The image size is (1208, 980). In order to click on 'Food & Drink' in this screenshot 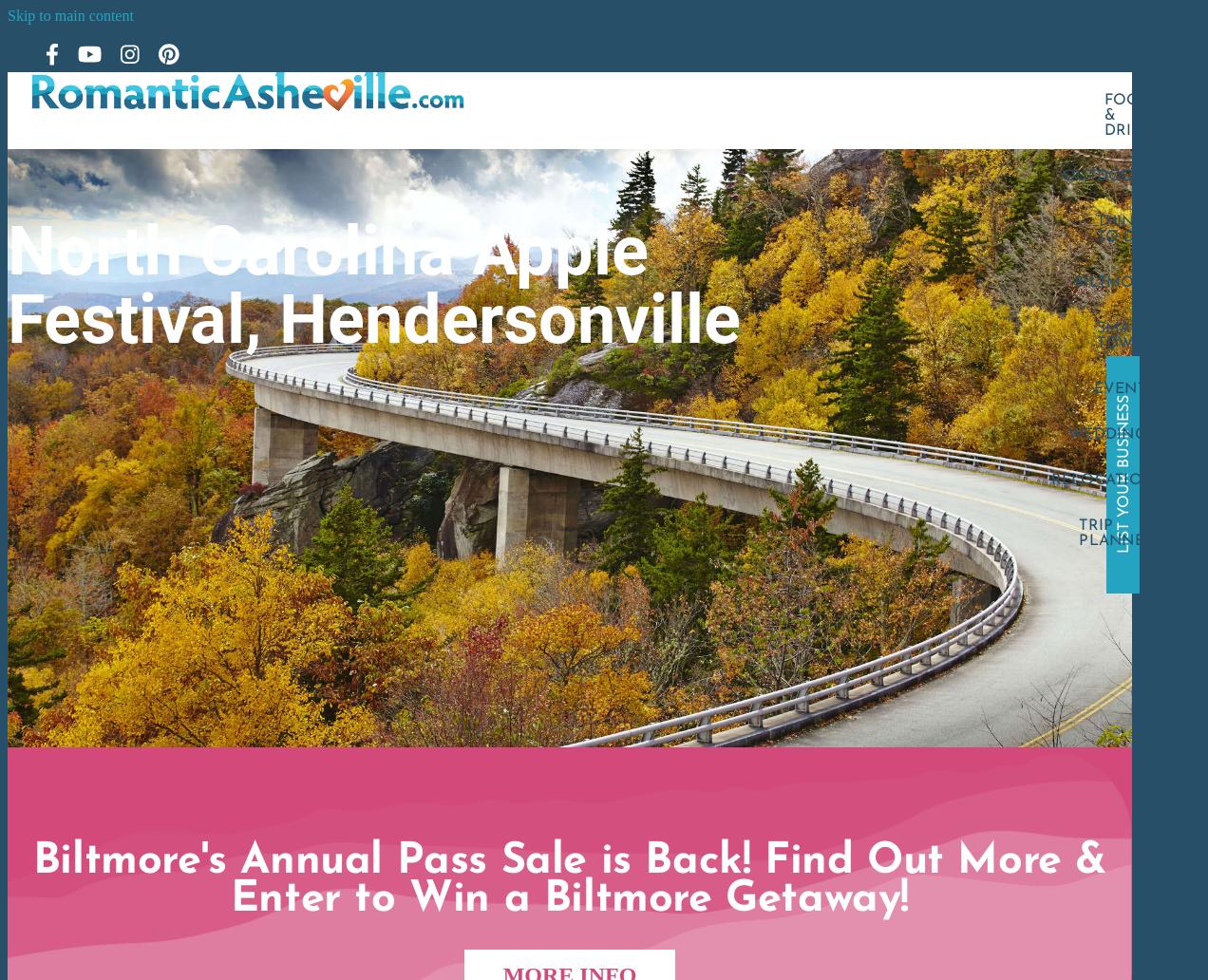, I will do `click(1127, 114)`.